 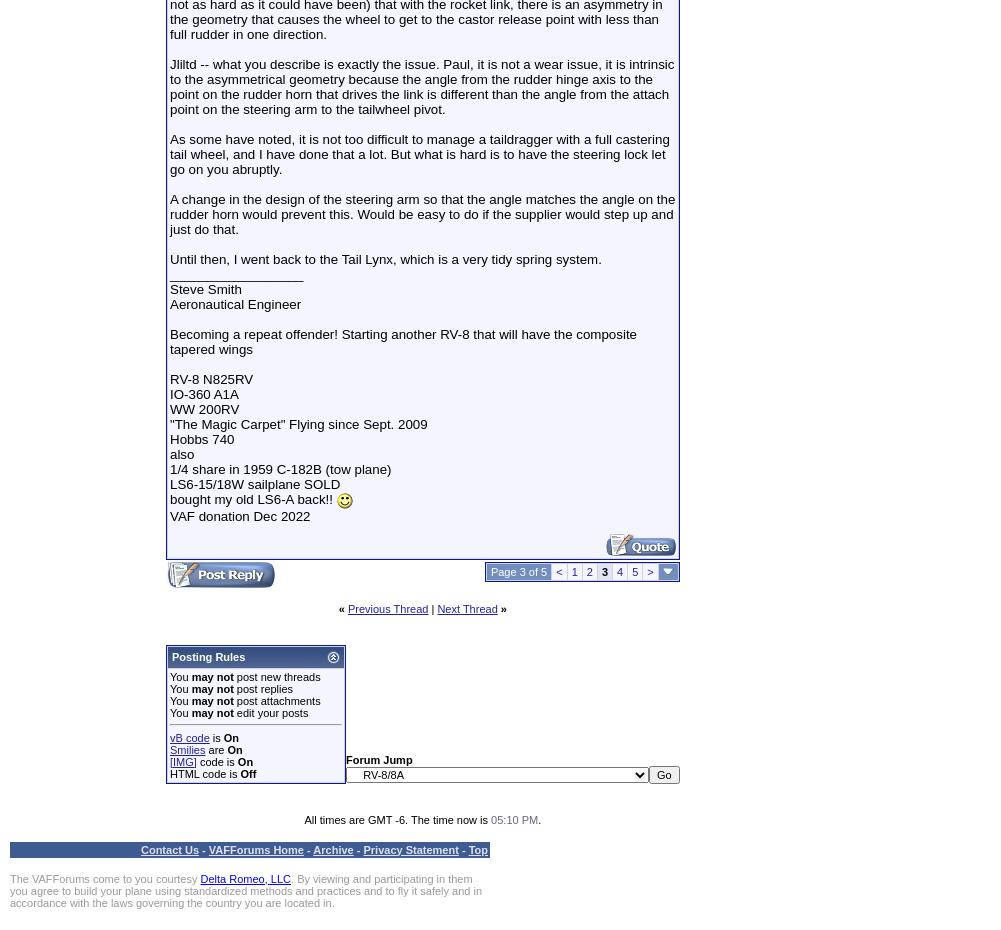 I want to click on 'Steve Smith', so click(x=205, y=289).